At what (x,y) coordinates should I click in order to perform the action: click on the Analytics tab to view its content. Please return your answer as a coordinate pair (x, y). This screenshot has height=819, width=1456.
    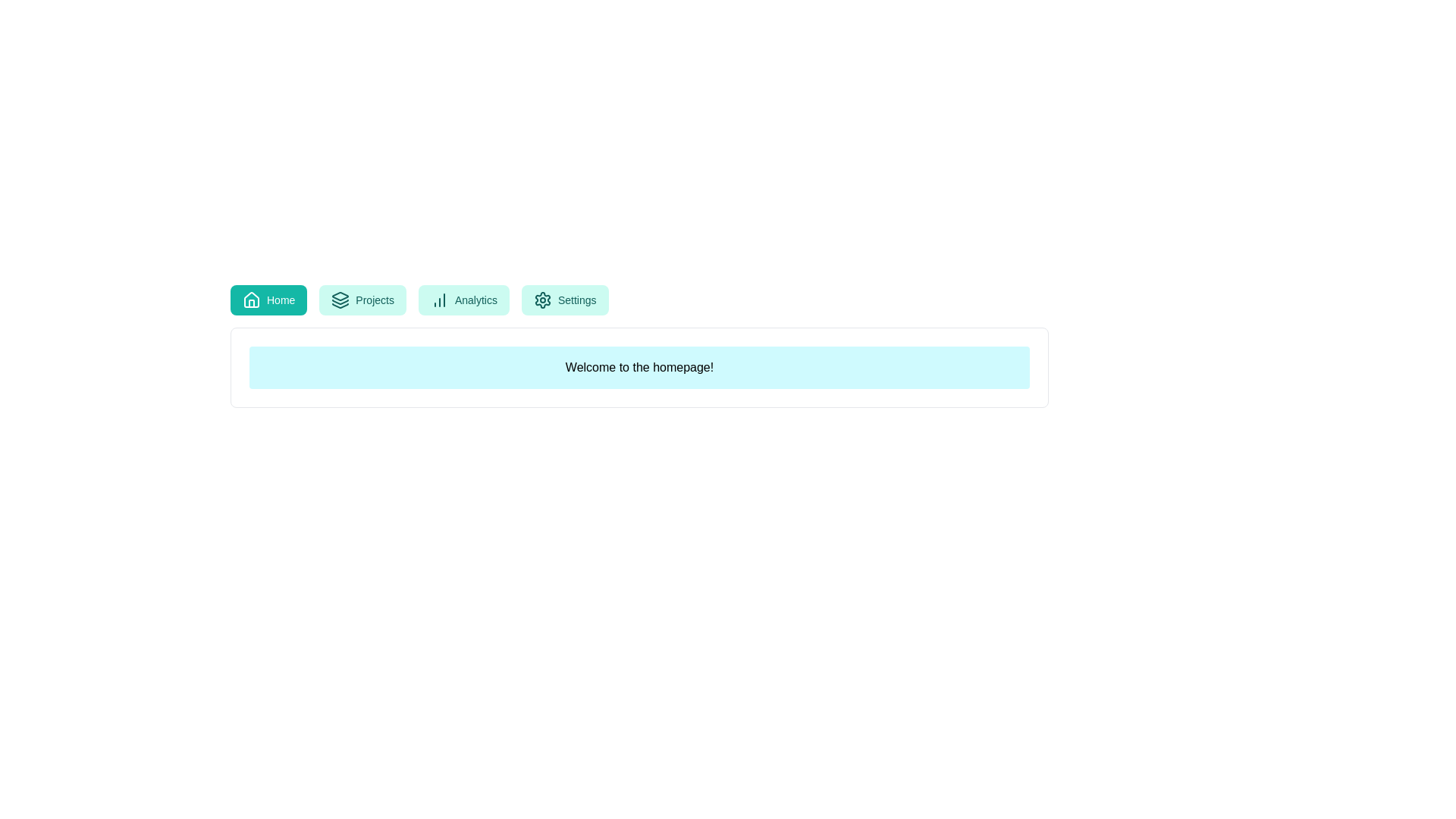
    Looking at the image, I should click on (463, 300).